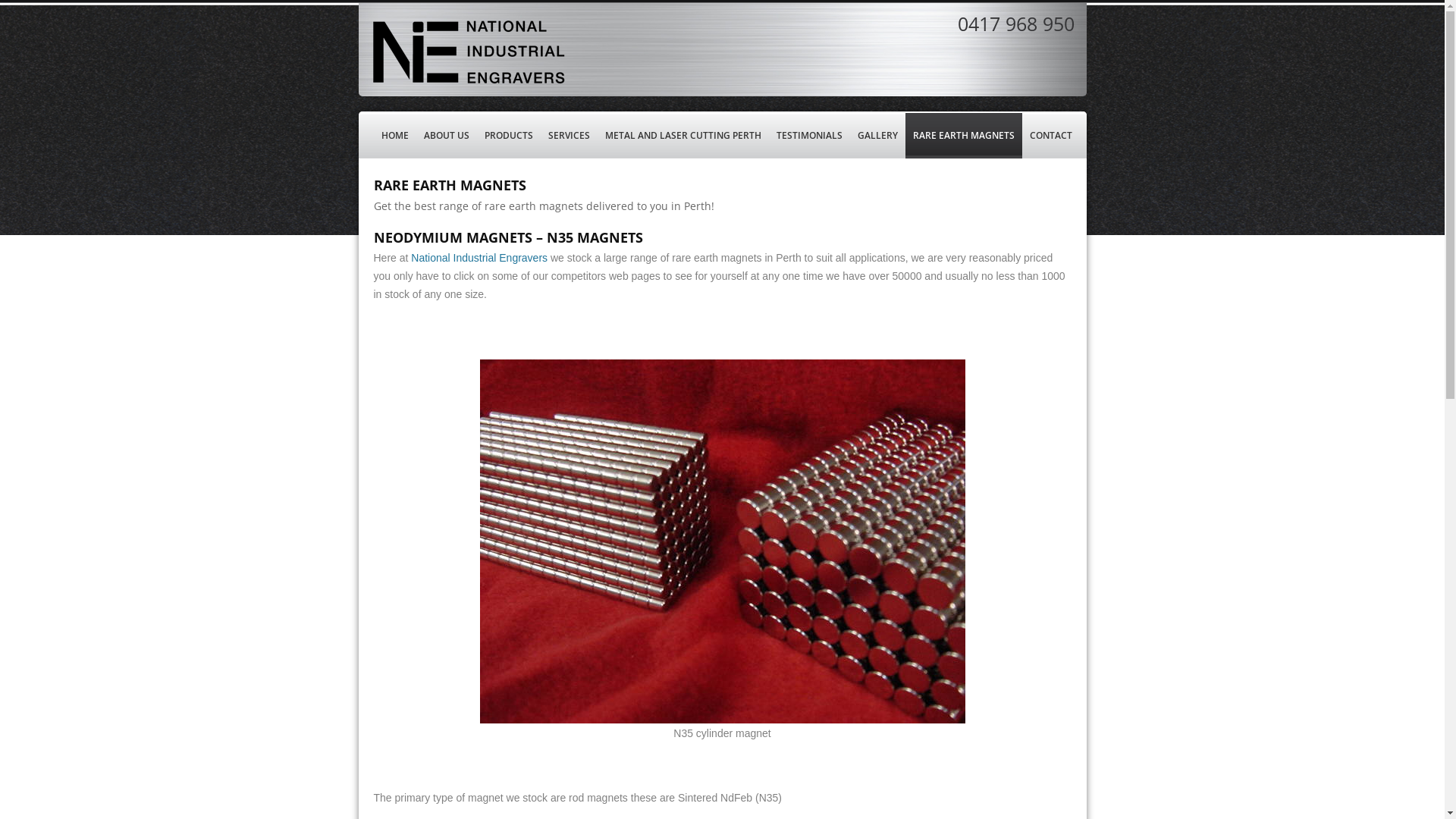 The width and height of the screenshot is (1456, 819). I want to click on 'TESTIMONIALS', so click(808, 134).